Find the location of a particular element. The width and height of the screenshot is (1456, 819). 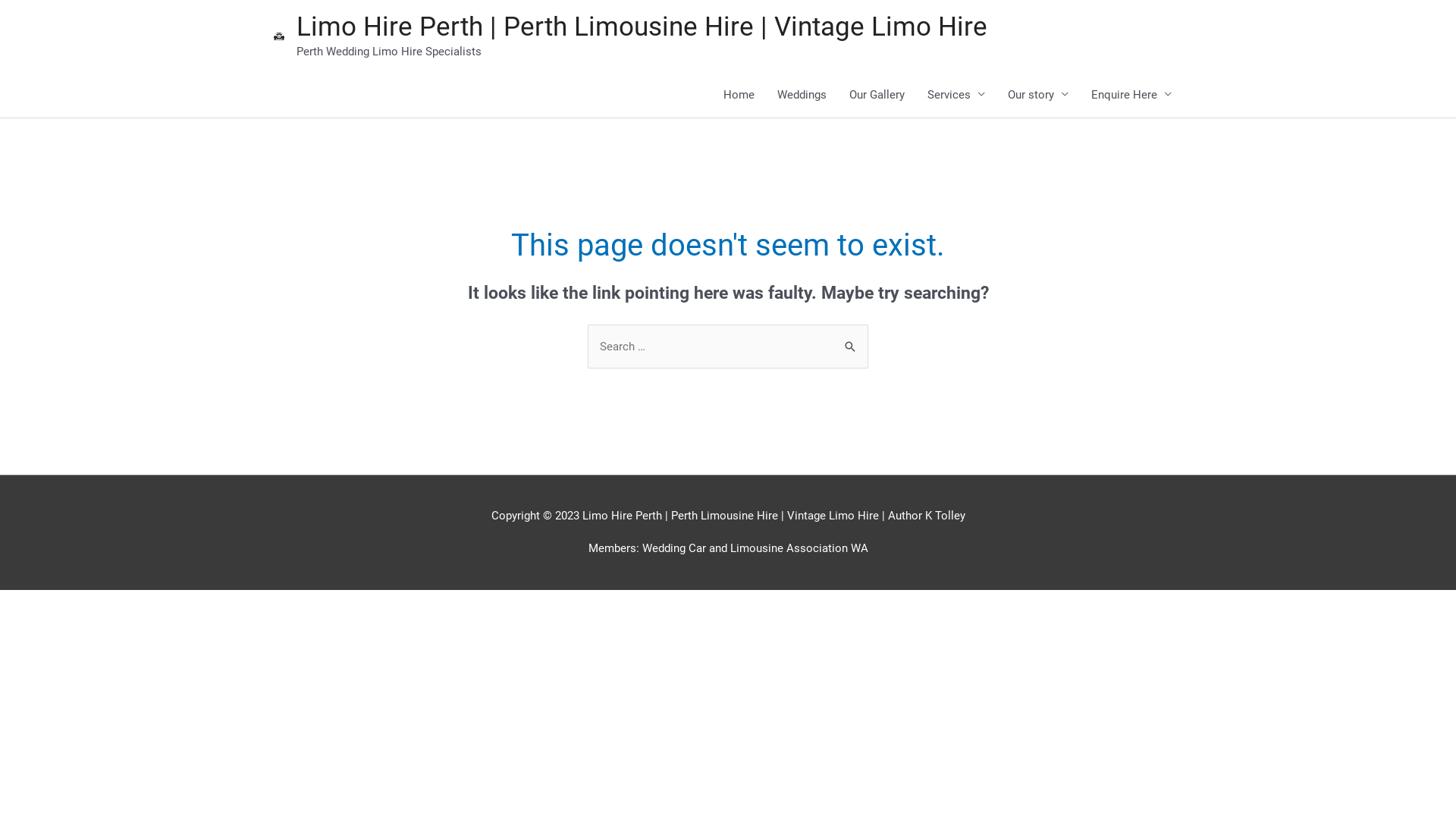

'Enquire Here' is located at coordinates (1131, 93).